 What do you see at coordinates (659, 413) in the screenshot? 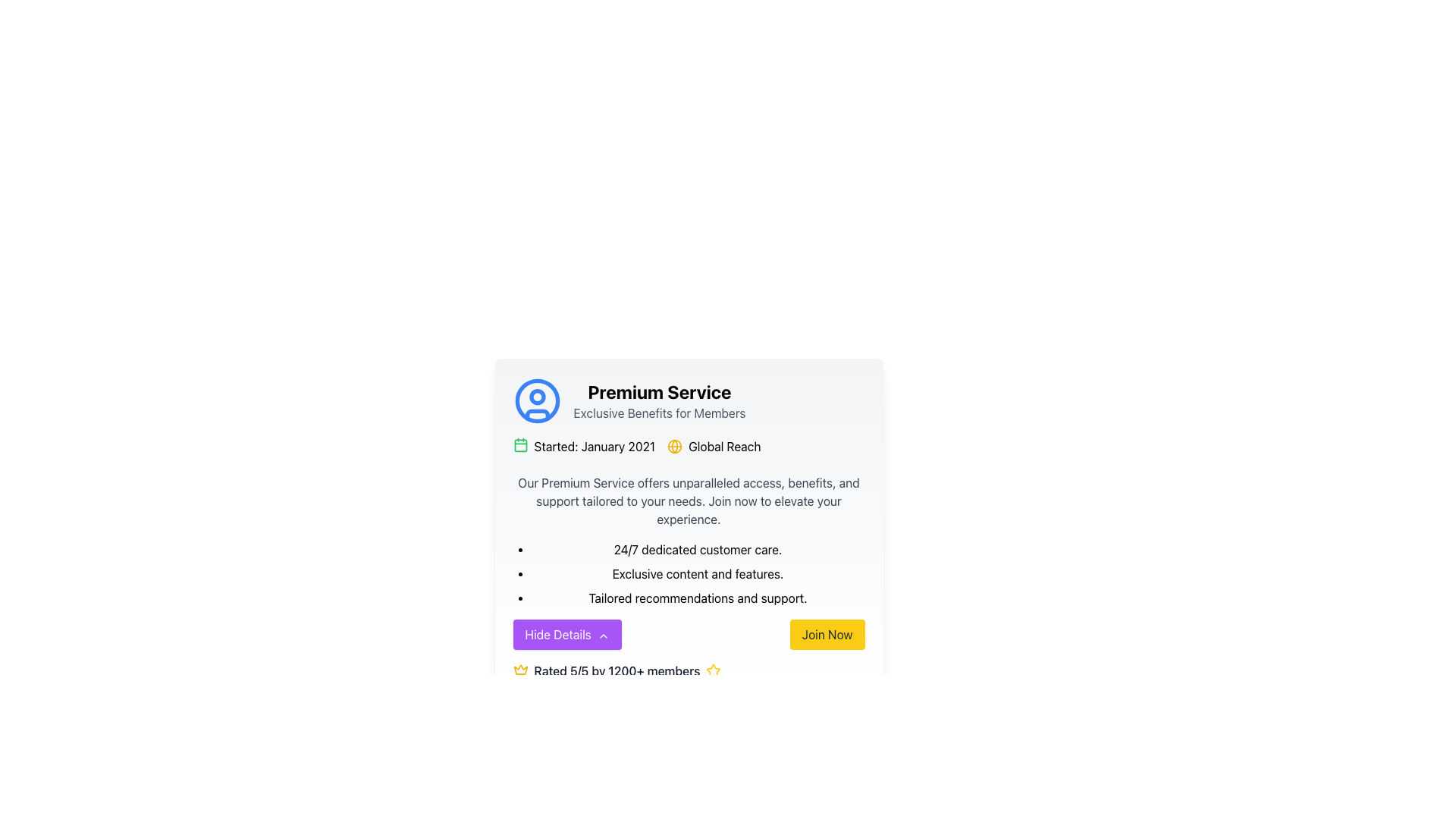
I see `the text display element that shows 'Exclusive Benefits for Members', which is styled in gray and located below the title 'Premium Service' on the card layout` at bounding box center [659, 413].